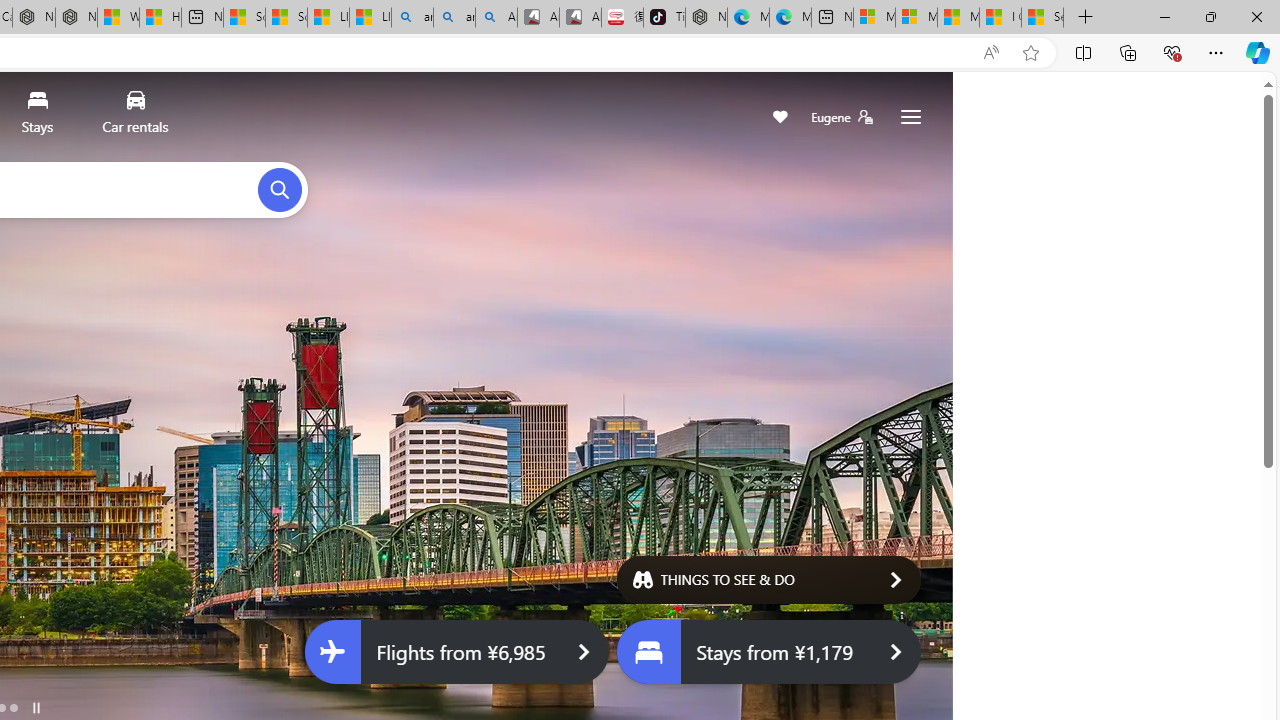 Image resolution: width=1280 pixels, height=720 pixels. What do you see at coordinates (1000, 17) in the screenshot?
I see `'I Gained 20 Pounds of Muscle in 30 Days! | Watch'` at bounding box center [1000, 17].